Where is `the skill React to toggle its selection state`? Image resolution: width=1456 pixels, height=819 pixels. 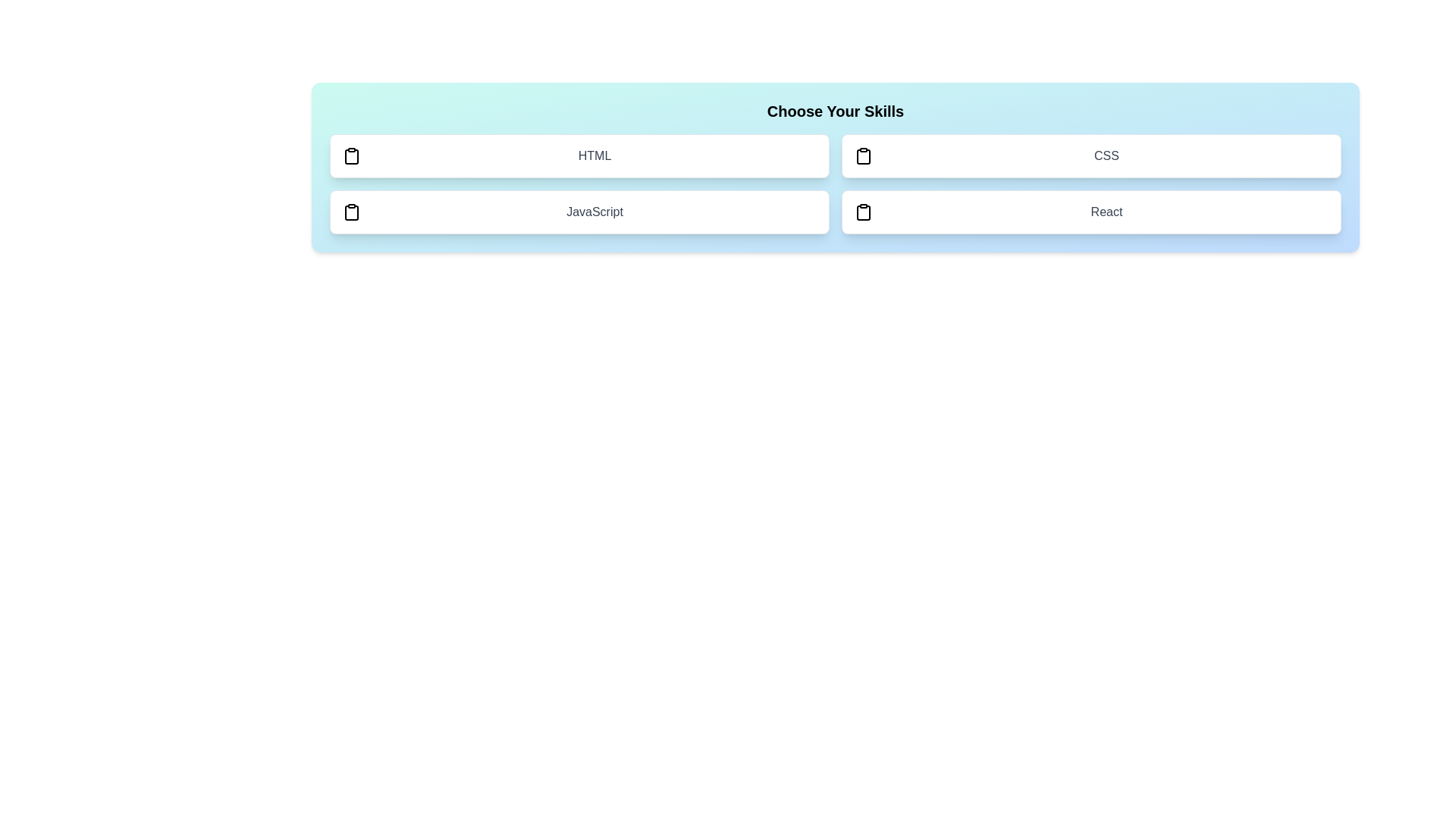
the skill React to toggle its selection state is located at coordinates (1090, 212).